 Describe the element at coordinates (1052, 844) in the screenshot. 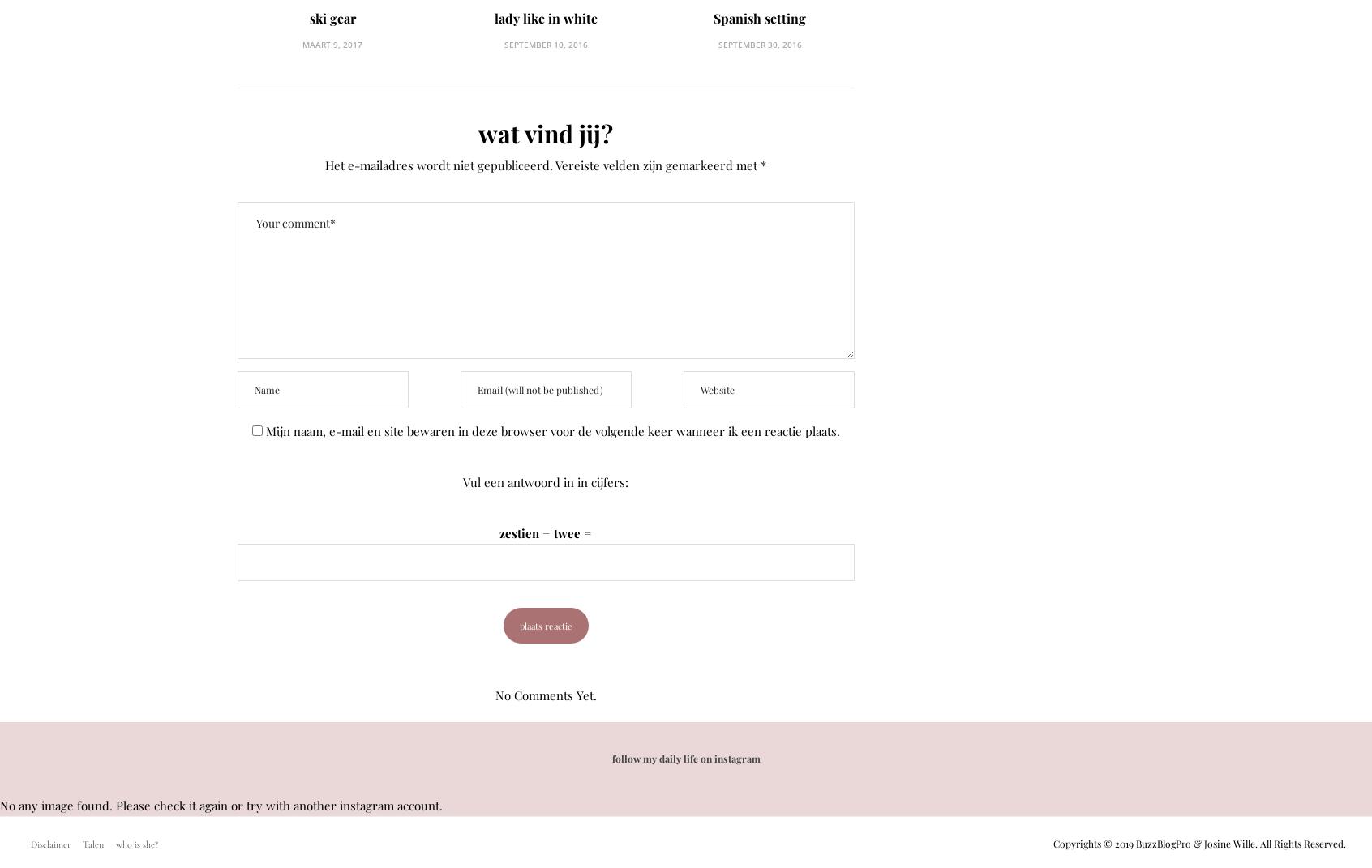

I see `'Copyrights © 2019 BuzzBlogPro & Josine Wille. All Rights Reserved.'` at that location.